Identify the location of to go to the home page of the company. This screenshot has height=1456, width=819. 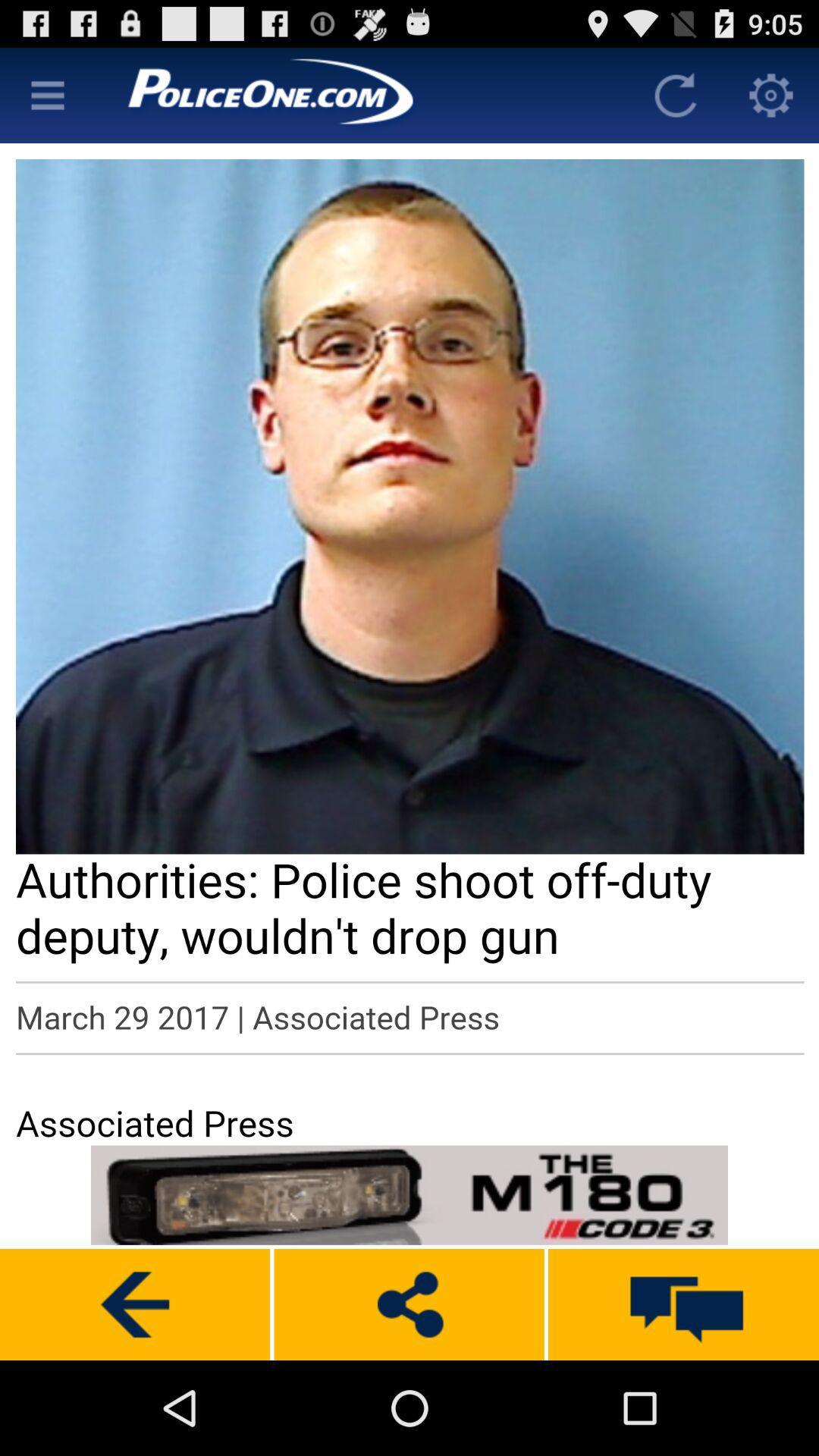
(362, 94).